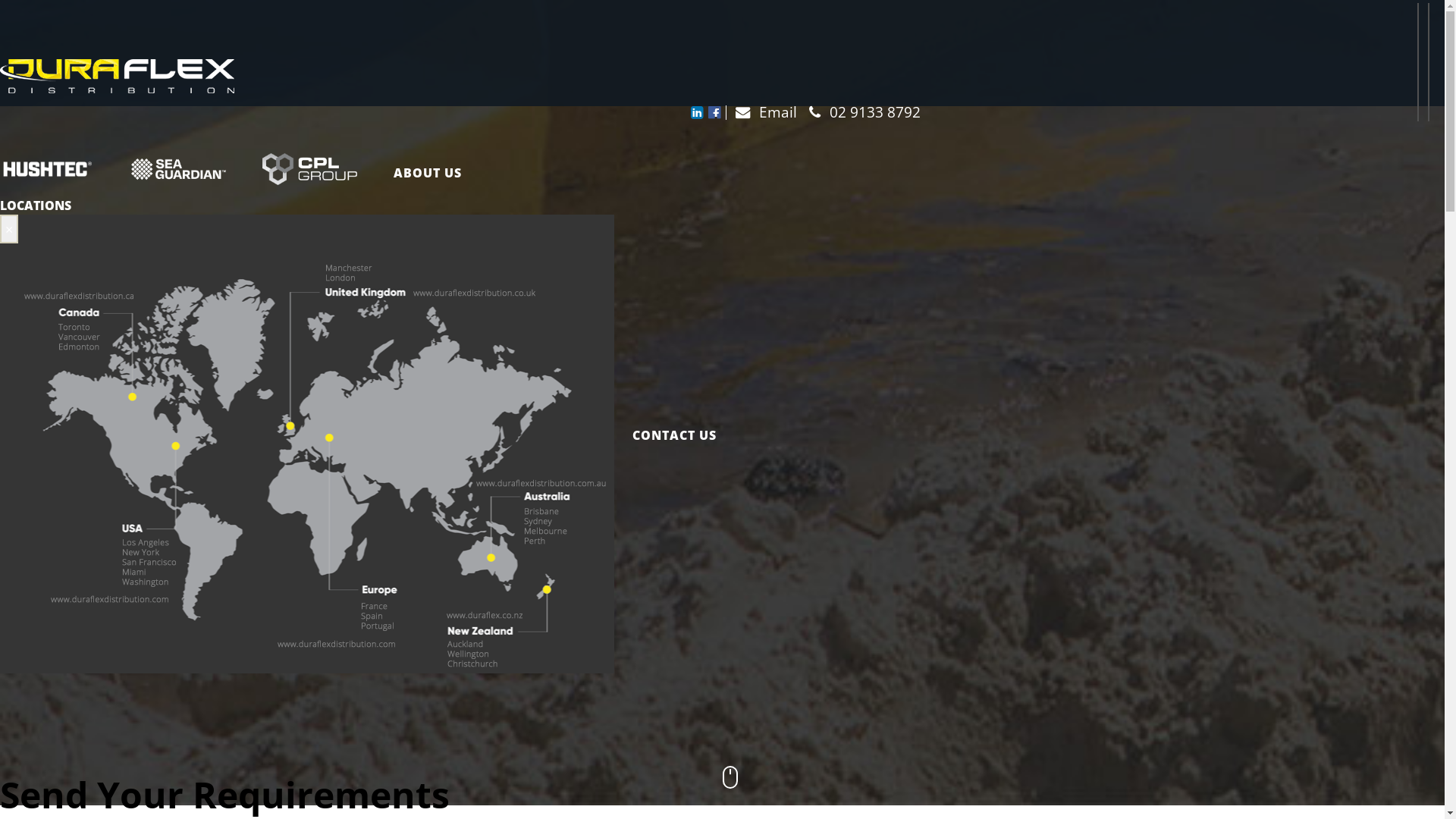  Describe the element at coordinates (36, 205) in the screenshot. I see `'LOCATIONS'` at that location.